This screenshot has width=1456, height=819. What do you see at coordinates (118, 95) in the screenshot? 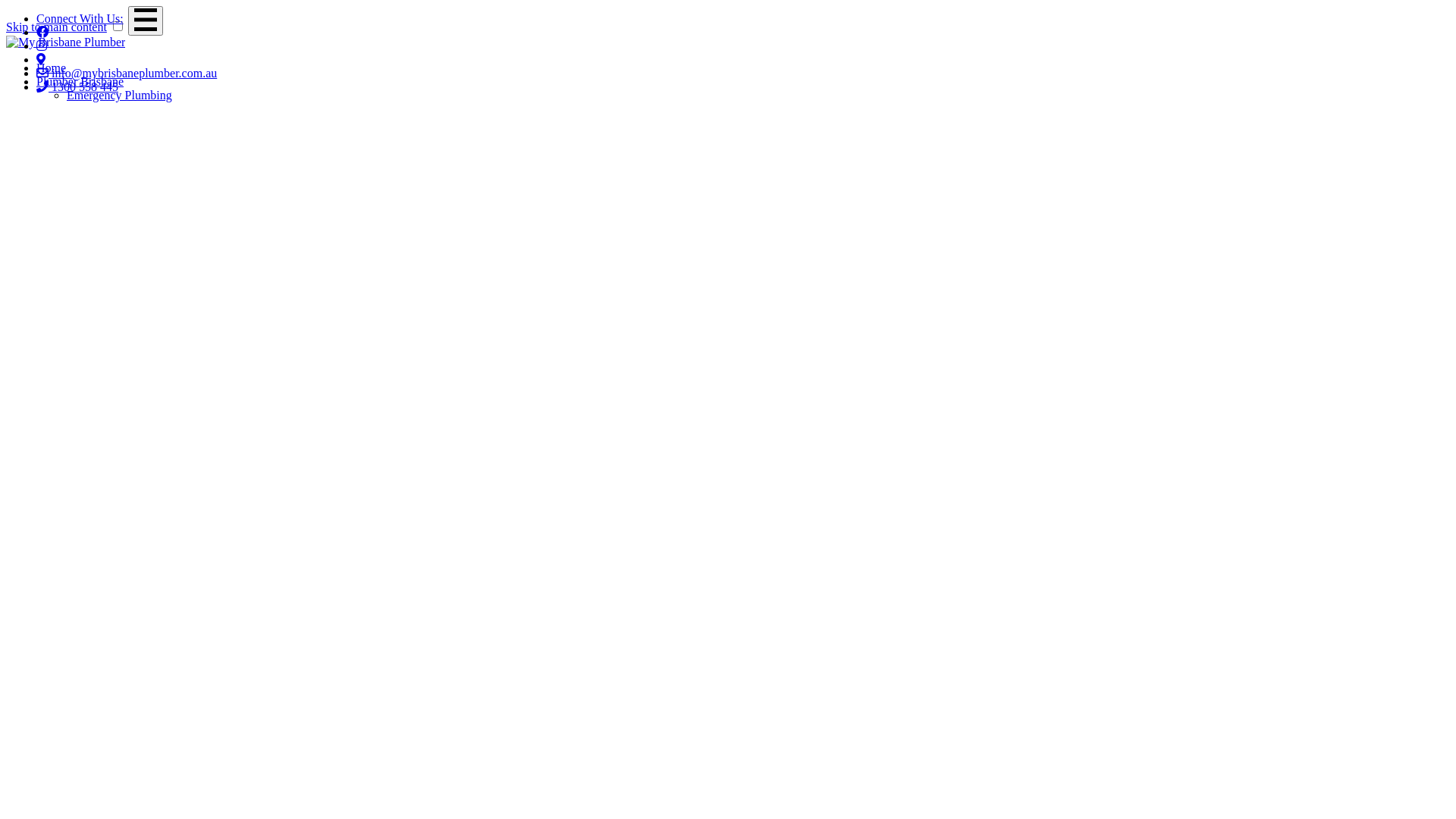
I see `'Emergency Plumbing'` at bounding box center [118, 95].